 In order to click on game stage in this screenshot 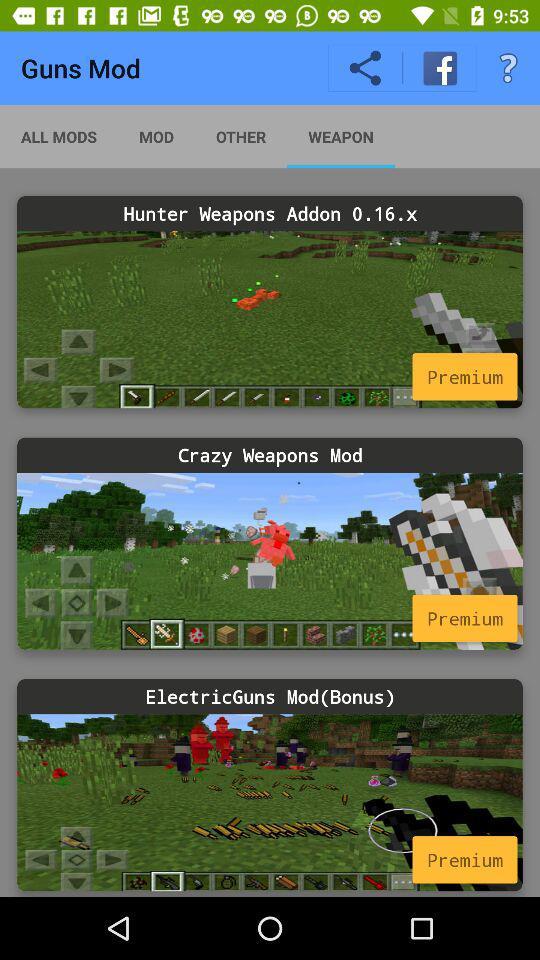, I will do `click(270, 561)`.